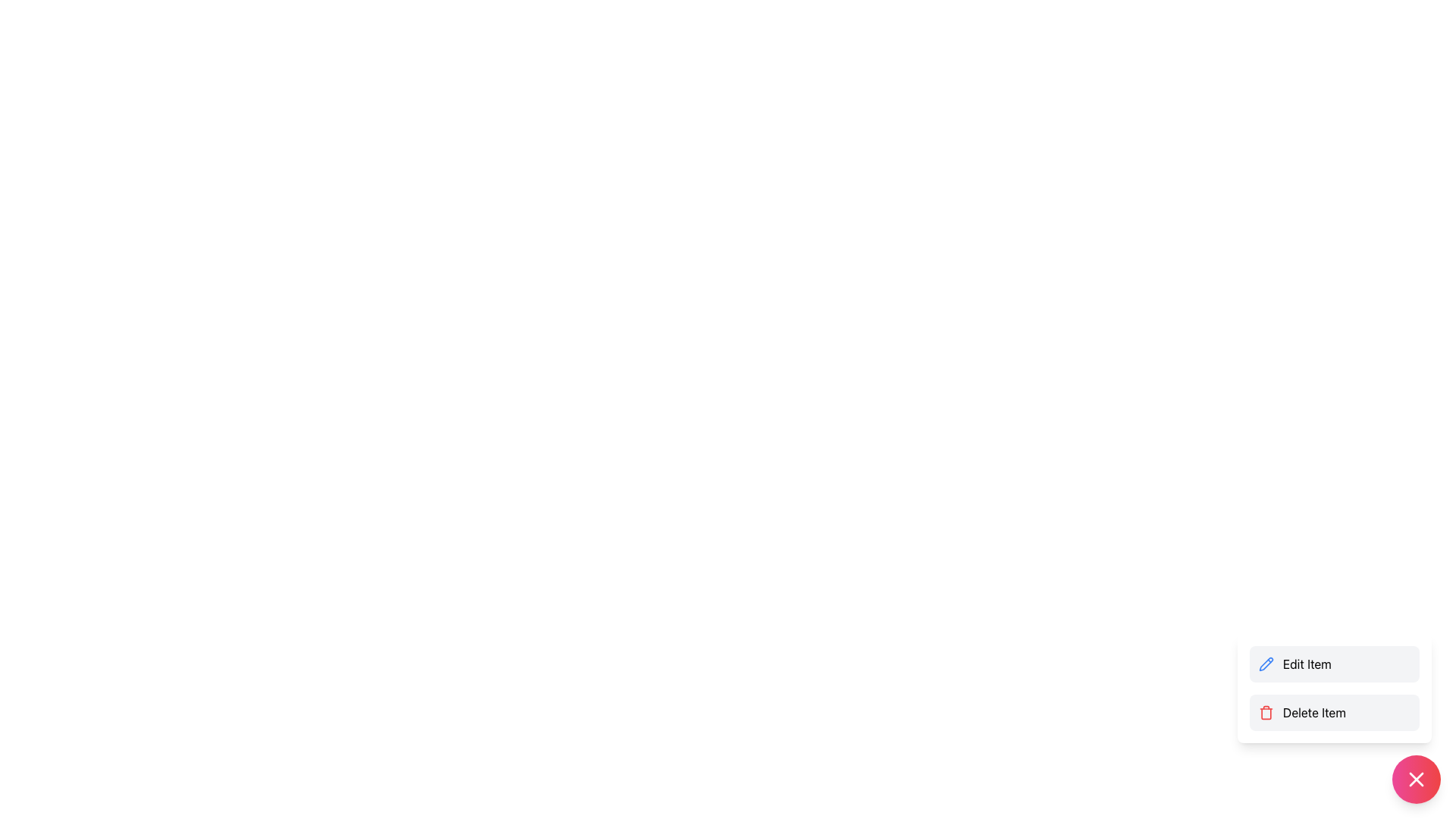 This screenshot has height=819, width=1456. What do you see at coordinates (1415, 780) in the screenshot?
I see `the close or cancel button` at bounding box center [1415, 780].